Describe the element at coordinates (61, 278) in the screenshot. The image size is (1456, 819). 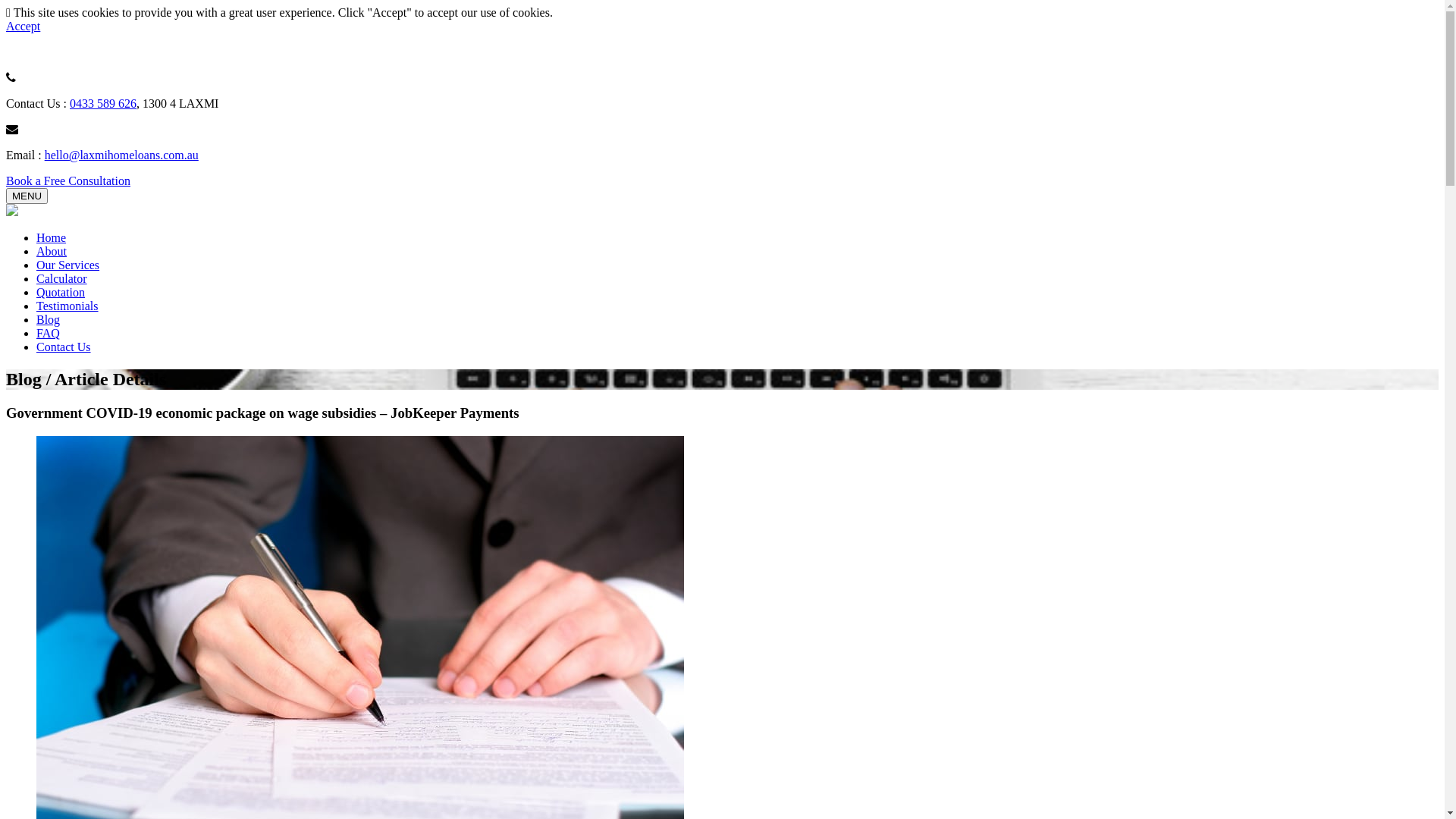
I see `'Calculator'` at that location.